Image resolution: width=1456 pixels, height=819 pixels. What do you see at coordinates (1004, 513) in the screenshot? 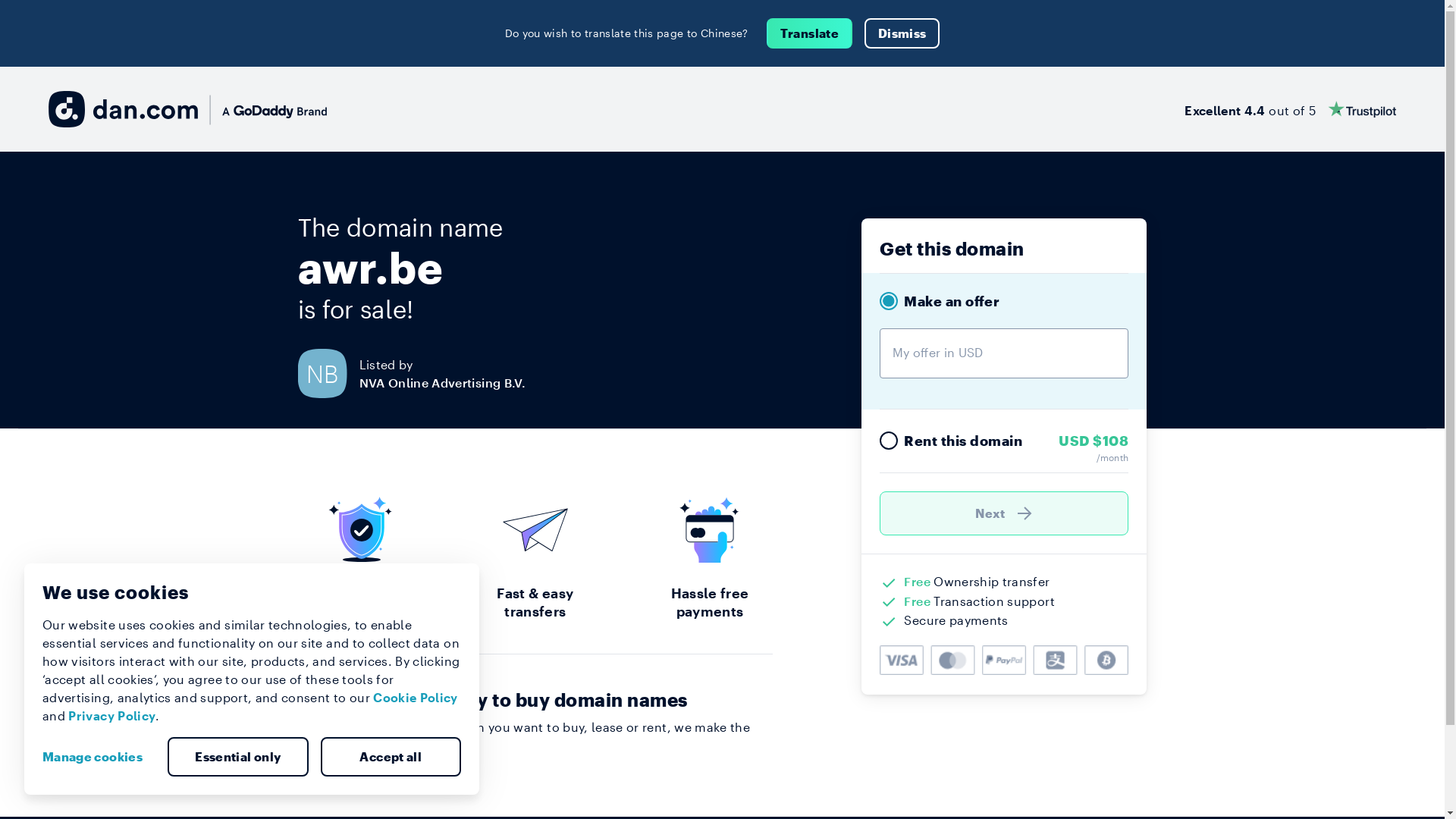
I see `'Next` at bounding box center [1004, 513].